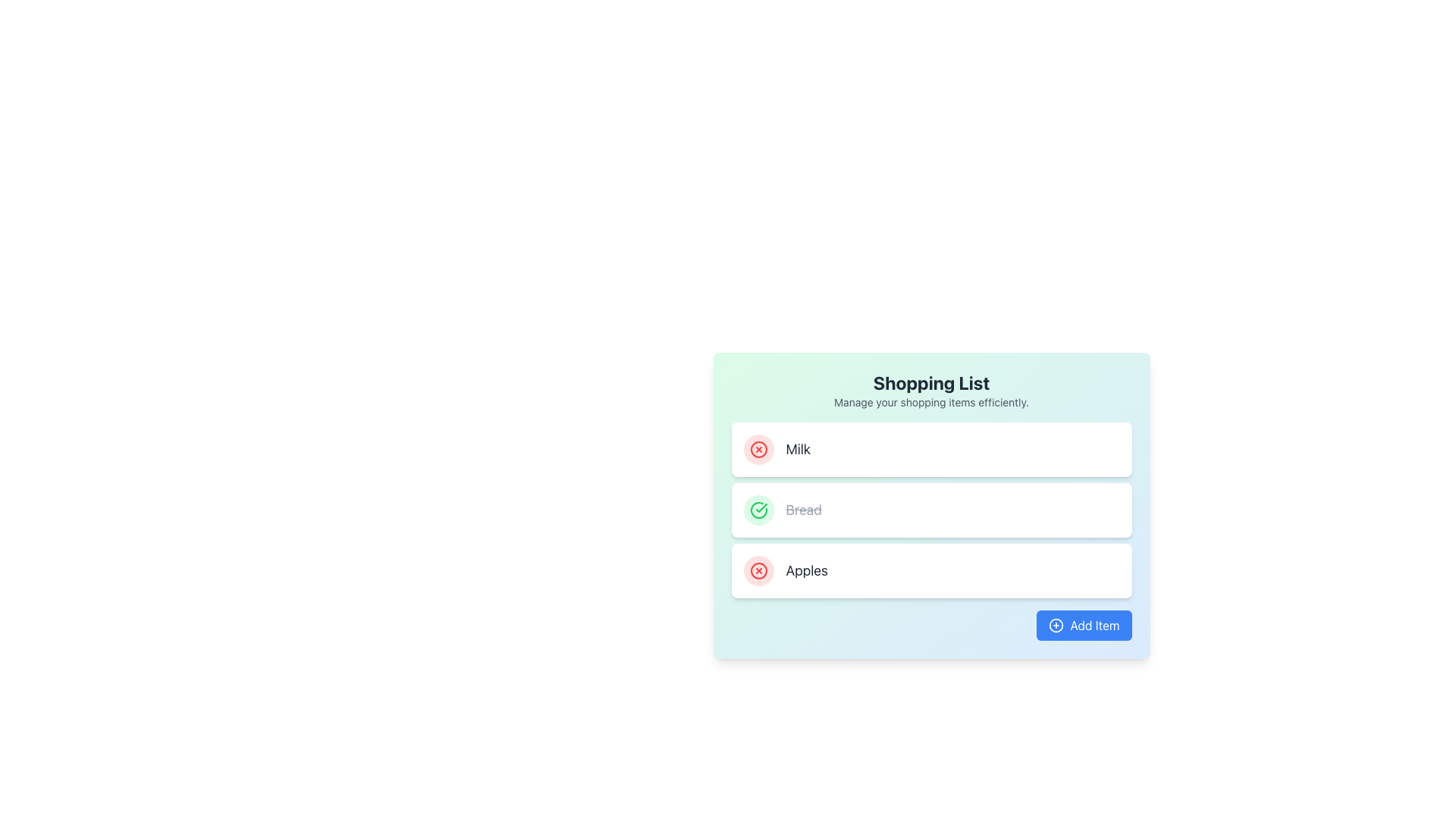 The width and height of the screenshot is (1456, 819). I want to click on the Text Label that serves as a title for the shopping list section, positioned at the top-center of the widget, above the text 'Manage your shopping items efficiently.', so click(930, 382).